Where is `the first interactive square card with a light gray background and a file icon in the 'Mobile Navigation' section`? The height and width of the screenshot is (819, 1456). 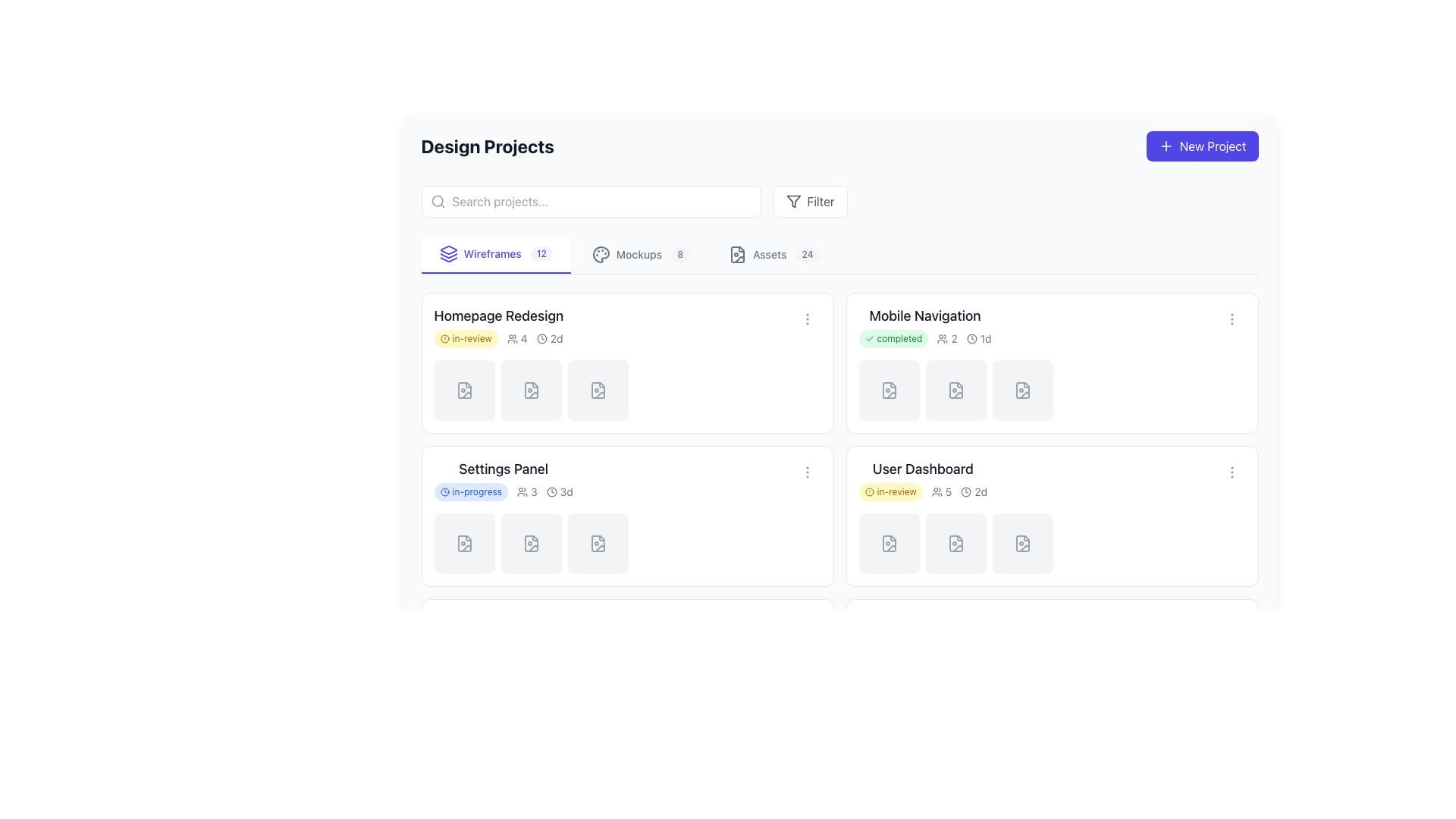 the first interactive square card with a light gray background and a file icon in the 'Mobile Navigation' section is located at coordinates (889, 390).